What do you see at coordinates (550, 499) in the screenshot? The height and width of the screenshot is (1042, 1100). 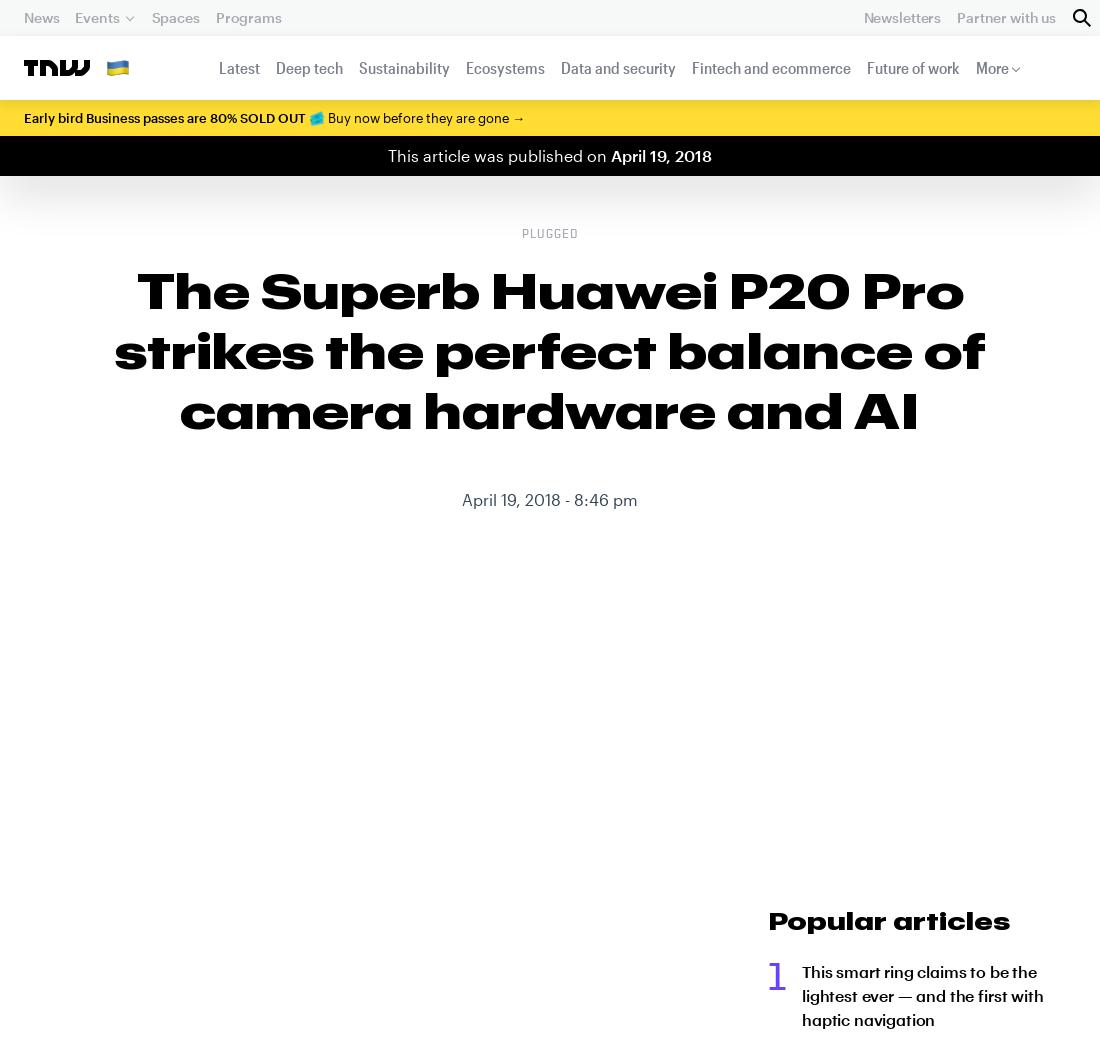 I see `'April 19, 2018 - 8:46 pm'` at bounding box center [550, 499].